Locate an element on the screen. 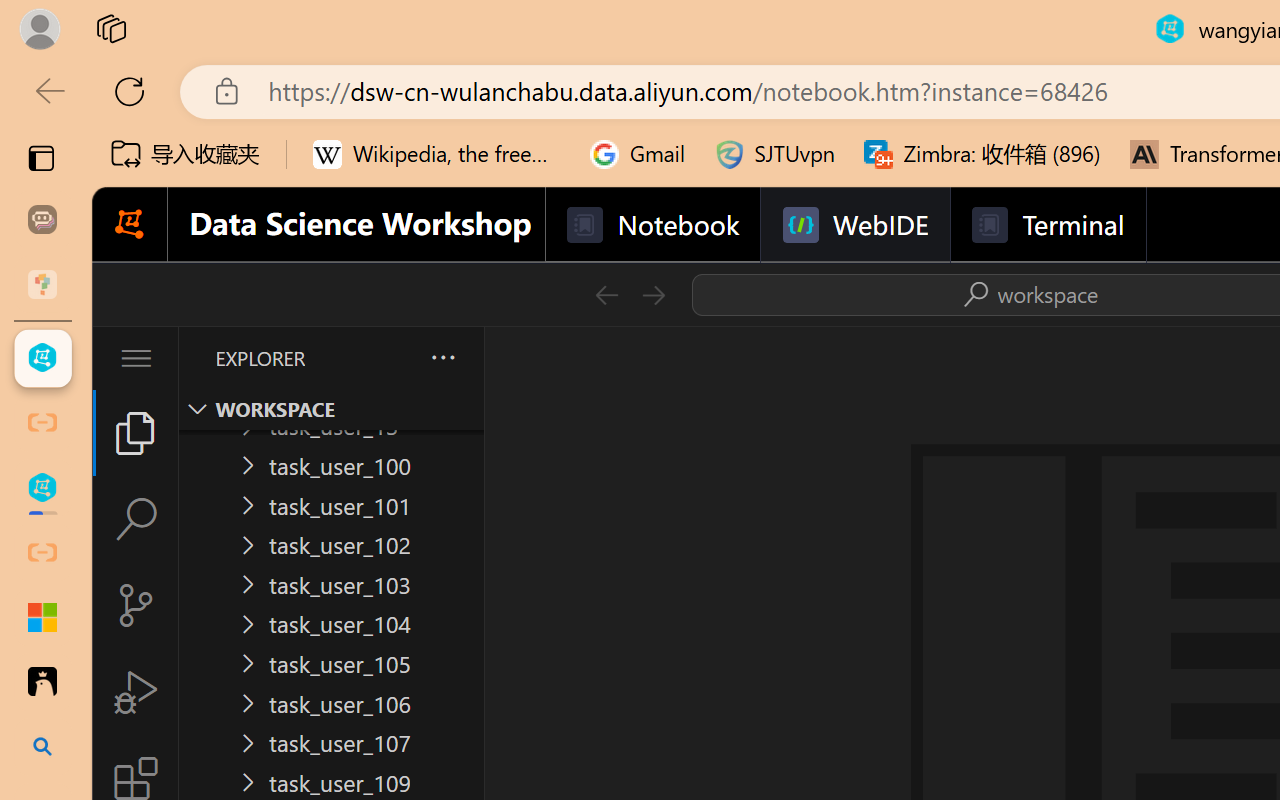 This screenshot has height=800, width=1280. 'Adjust indents and spacing - Microsoft Support' is located at coordinates (42, 617).